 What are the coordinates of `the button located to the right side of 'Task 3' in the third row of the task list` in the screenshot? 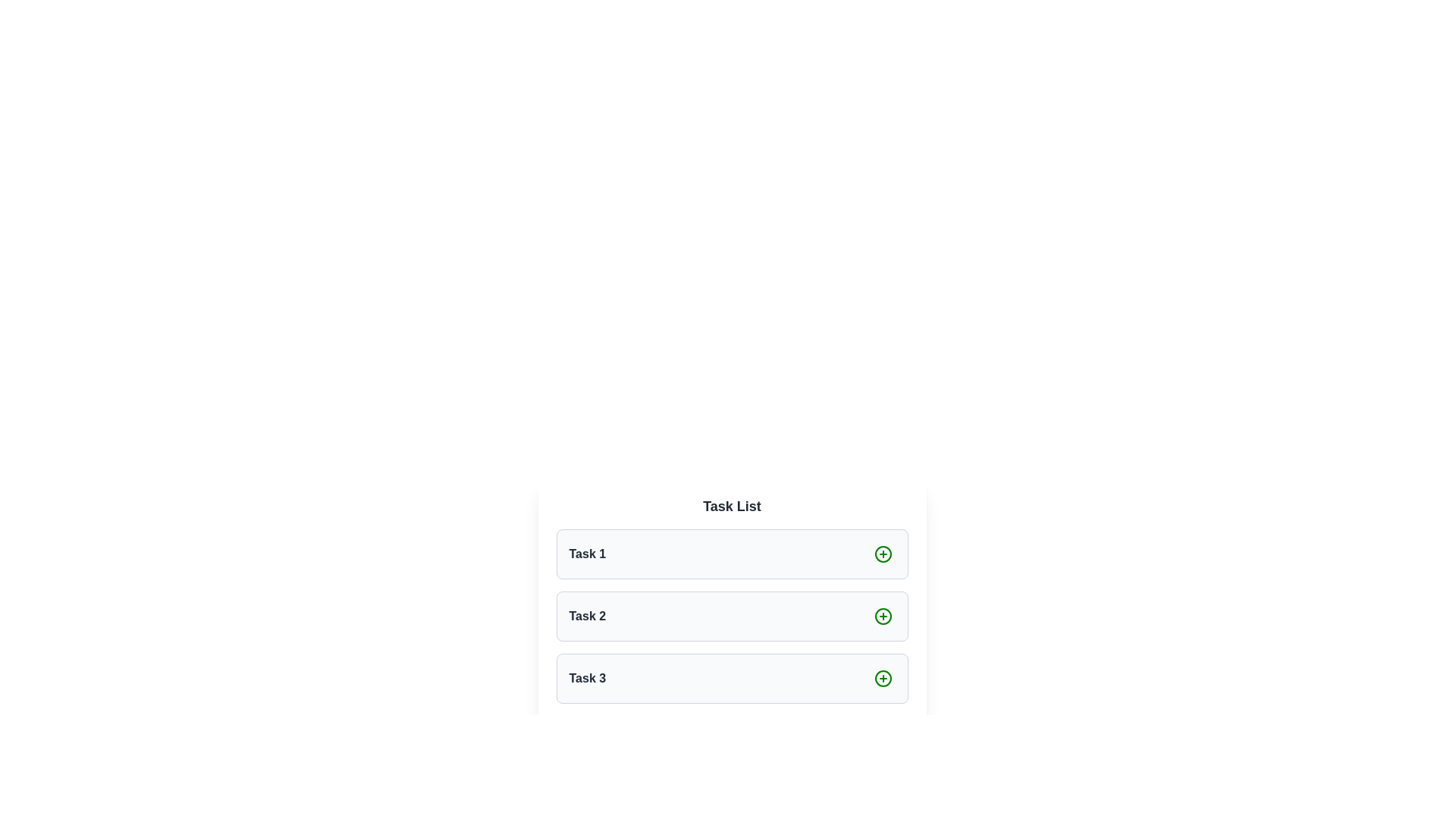 It's located at (883, 677).